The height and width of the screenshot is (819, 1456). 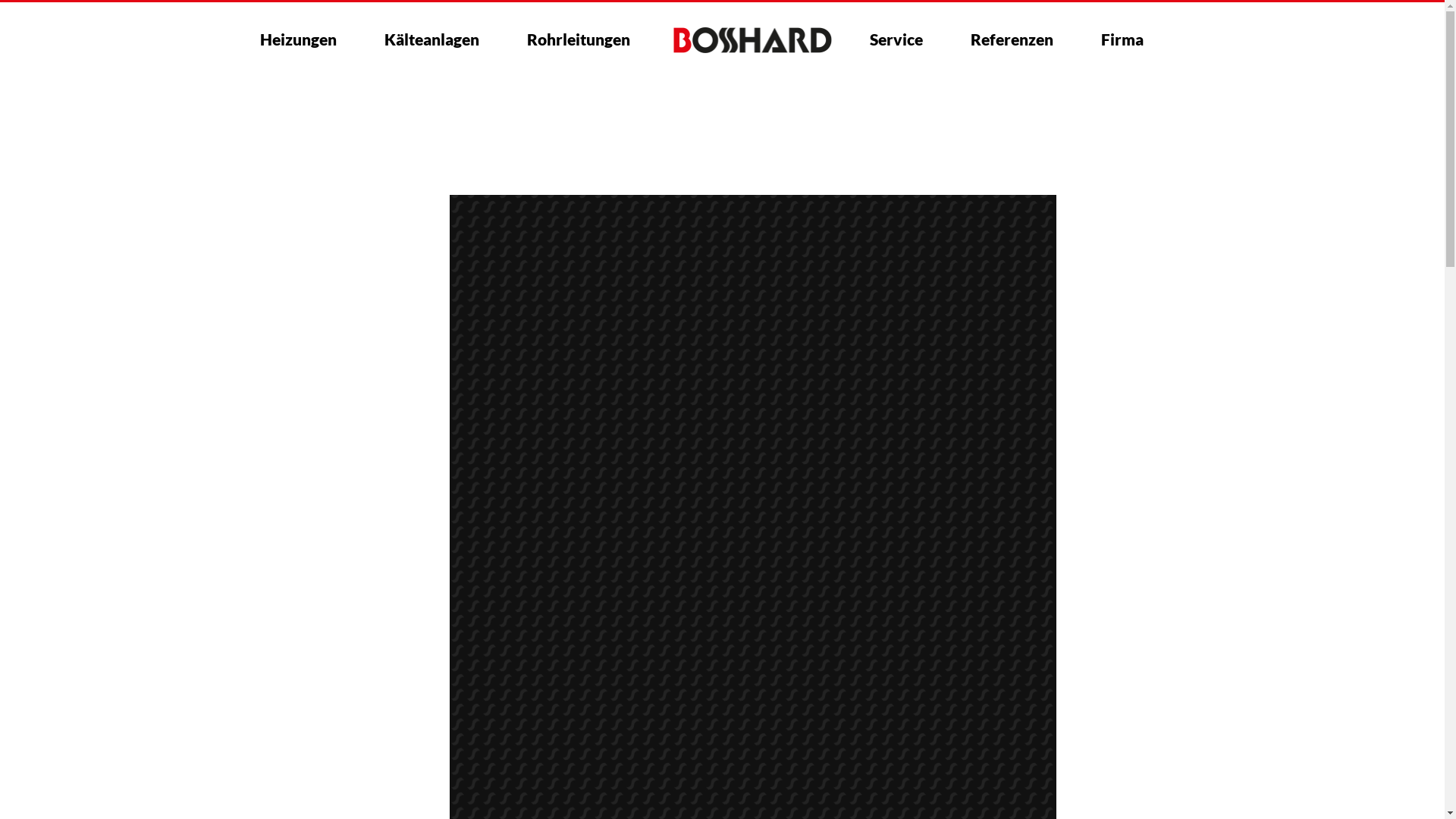 I want to click on 'Rohrleitungen', so click(x=577, y=38).